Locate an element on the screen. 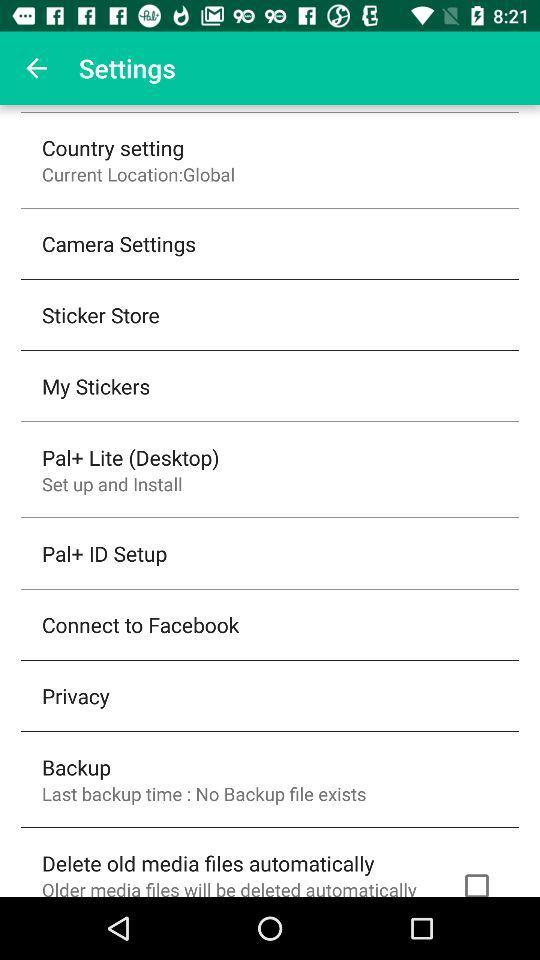 The height and width of the screenshot is (960, 540). the camera settings icon is located at coordinates (119, 242).